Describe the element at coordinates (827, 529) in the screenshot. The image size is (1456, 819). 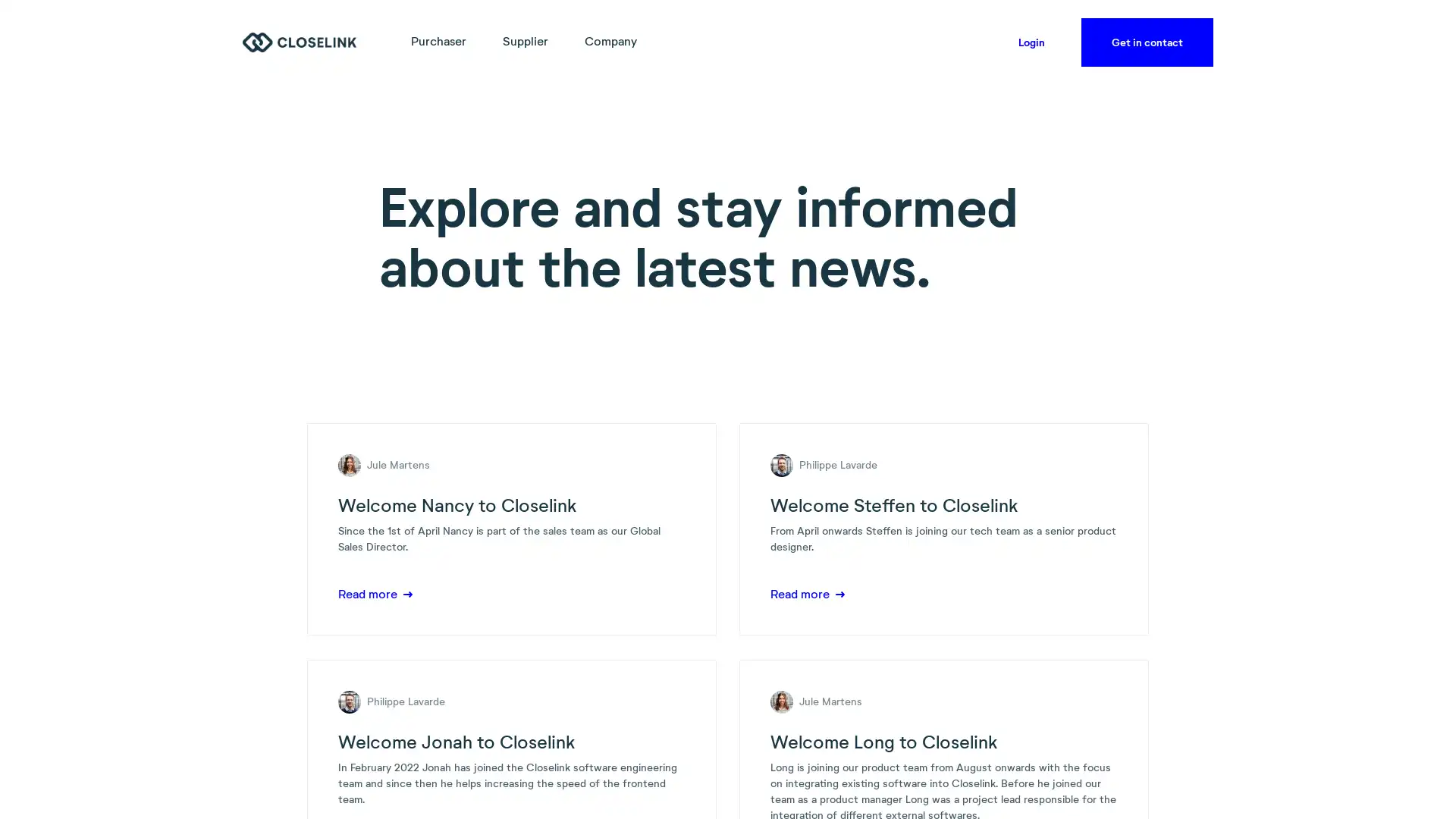
I see `Accept all` at that location.